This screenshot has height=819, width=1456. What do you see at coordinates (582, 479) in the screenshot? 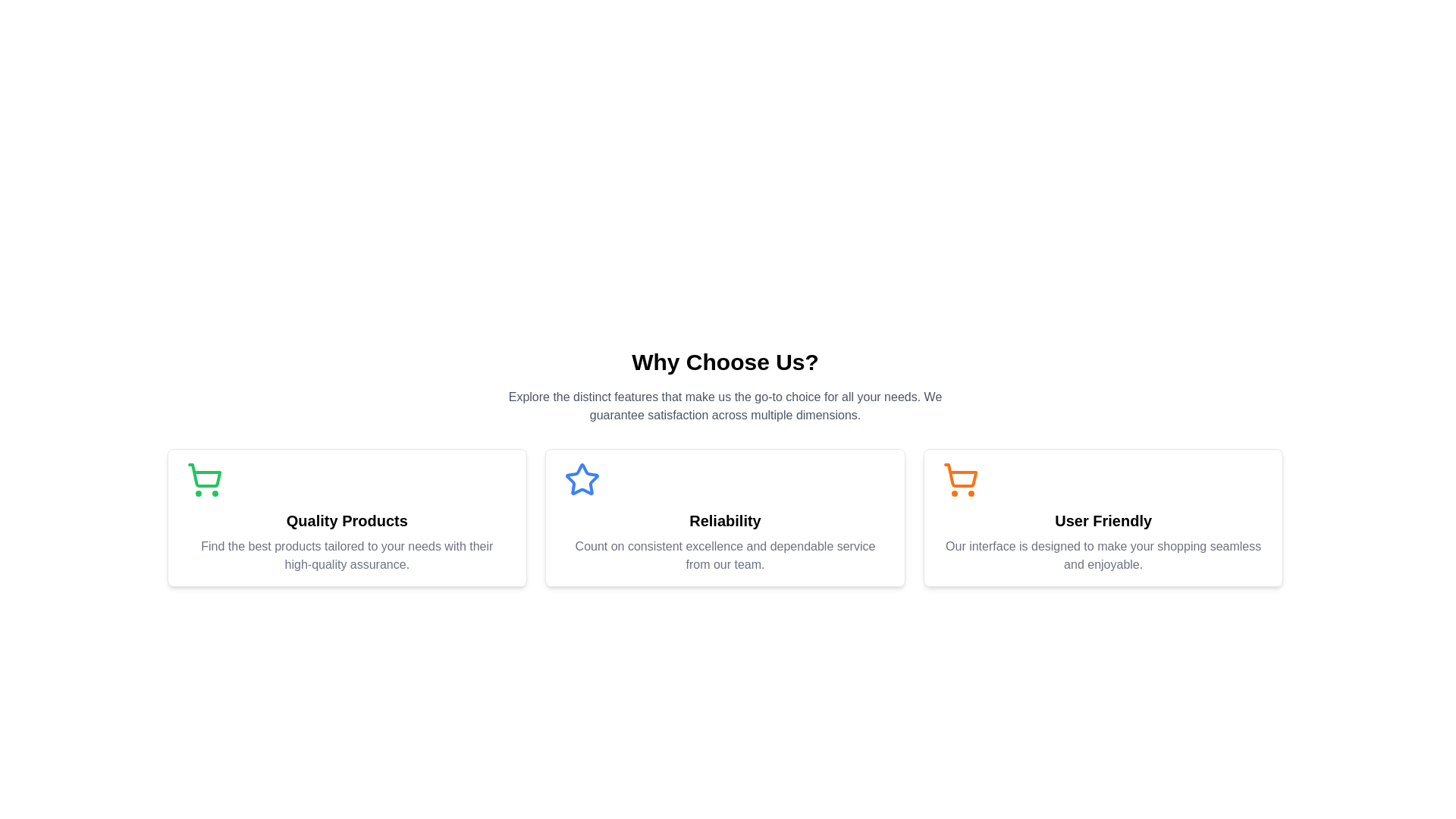
I see `the reliability icon located in the middle card above the text 'Reliability'` at bounding box center [582, 479].